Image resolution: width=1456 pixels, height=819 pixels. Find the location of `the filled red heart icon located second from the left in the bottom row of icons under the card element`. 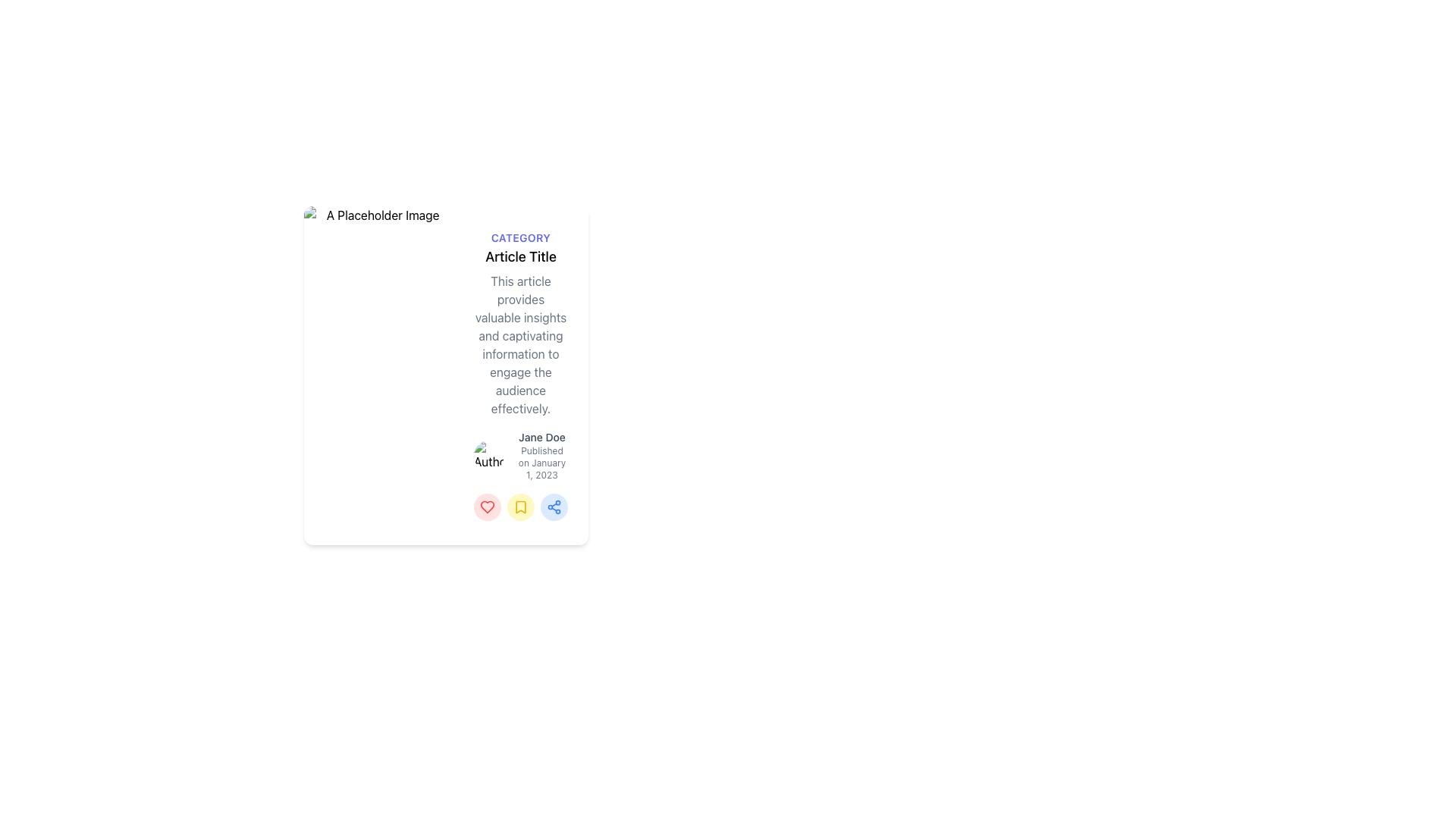

the filled red heart icon located second from the left in the bottom row of icons under the card element is located at coordinates (488, 506).